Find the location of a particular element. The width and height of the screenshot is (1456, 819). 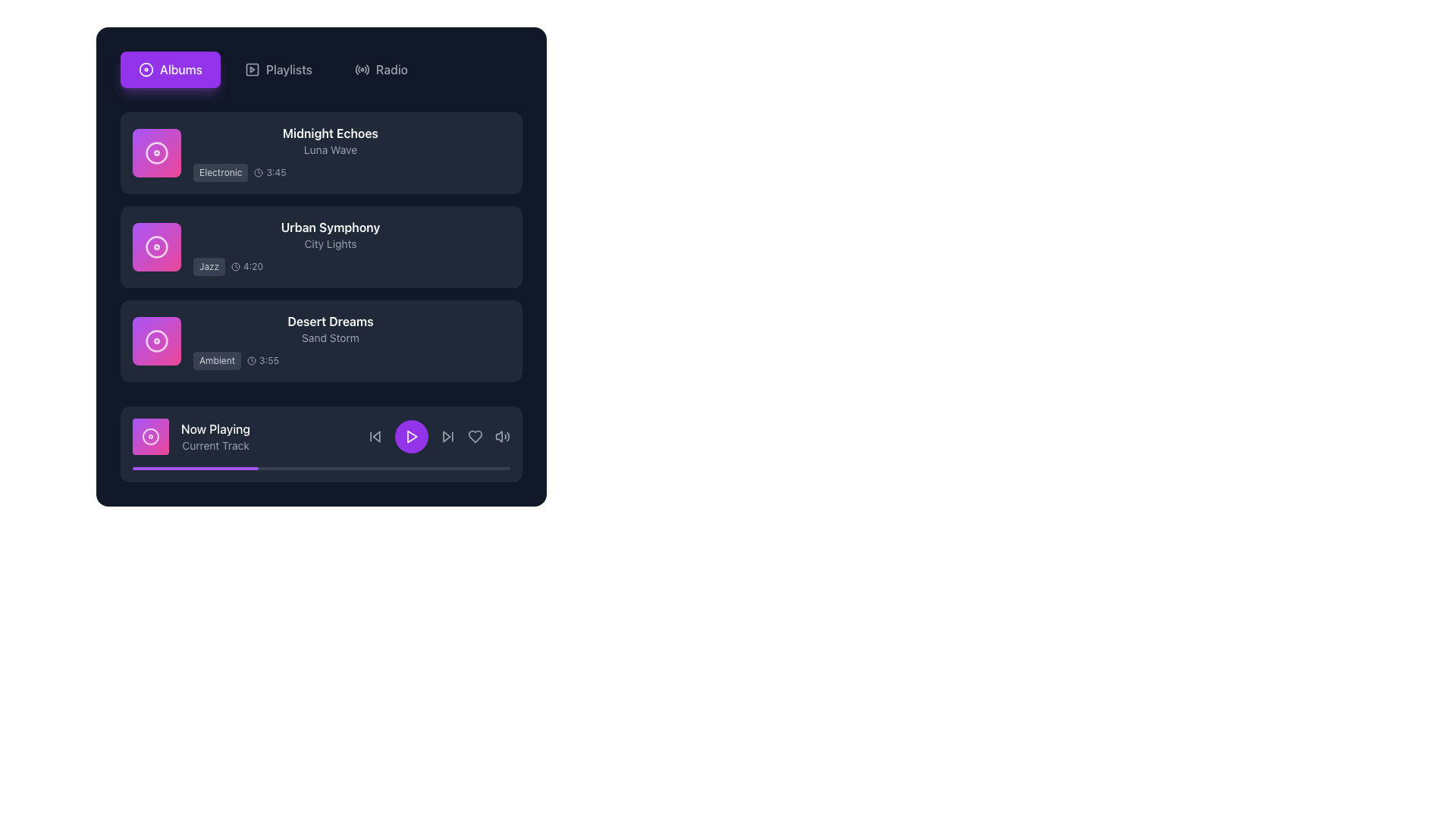

the second album entry in the list, labeled 'Urban Symphony' is located at coordinates (320, 246).